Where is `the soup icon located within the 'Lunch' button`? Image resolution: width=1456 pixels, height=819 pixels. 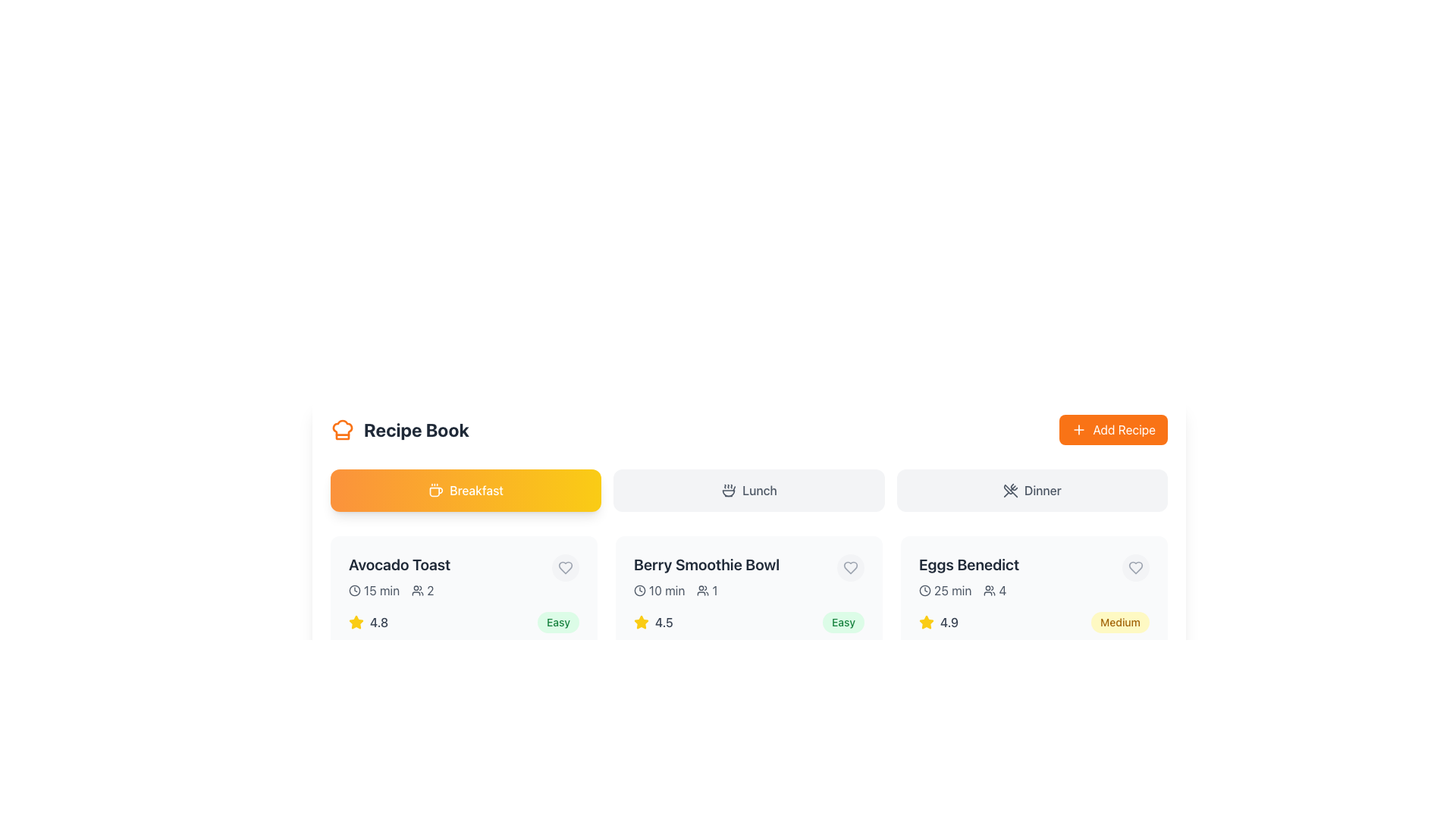 the soup icon located within the 'Lunch' button is located at coordinates (729, 491).